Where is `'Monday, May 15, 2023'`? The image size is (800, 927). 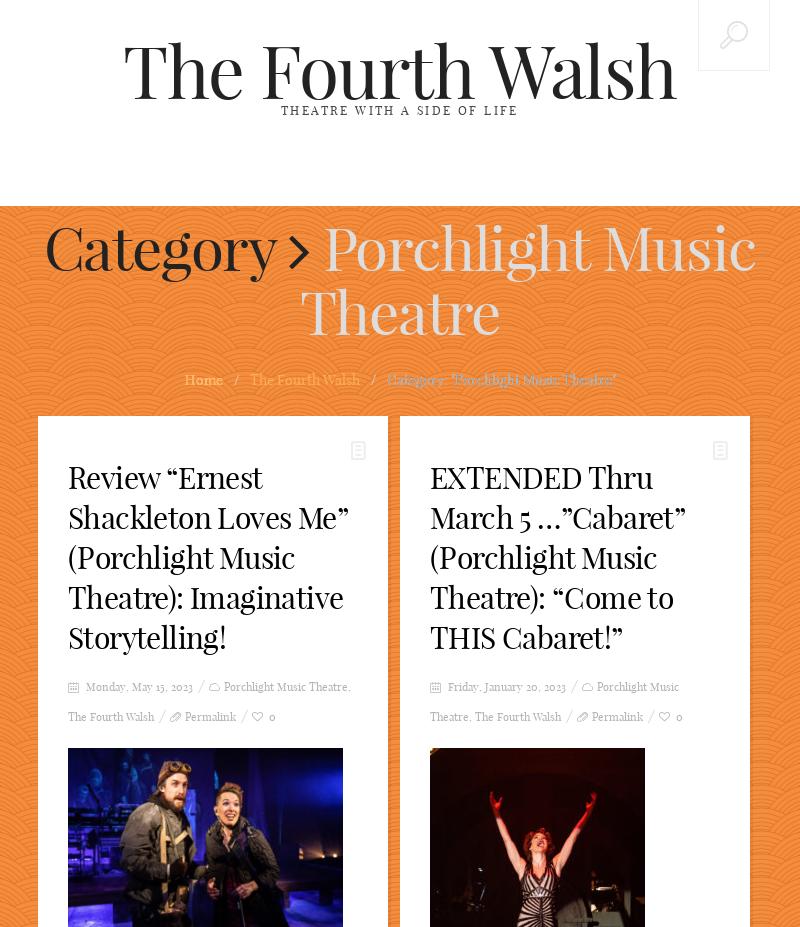 'Monday, May 15, 2023' is located at coordinates (82, 686).